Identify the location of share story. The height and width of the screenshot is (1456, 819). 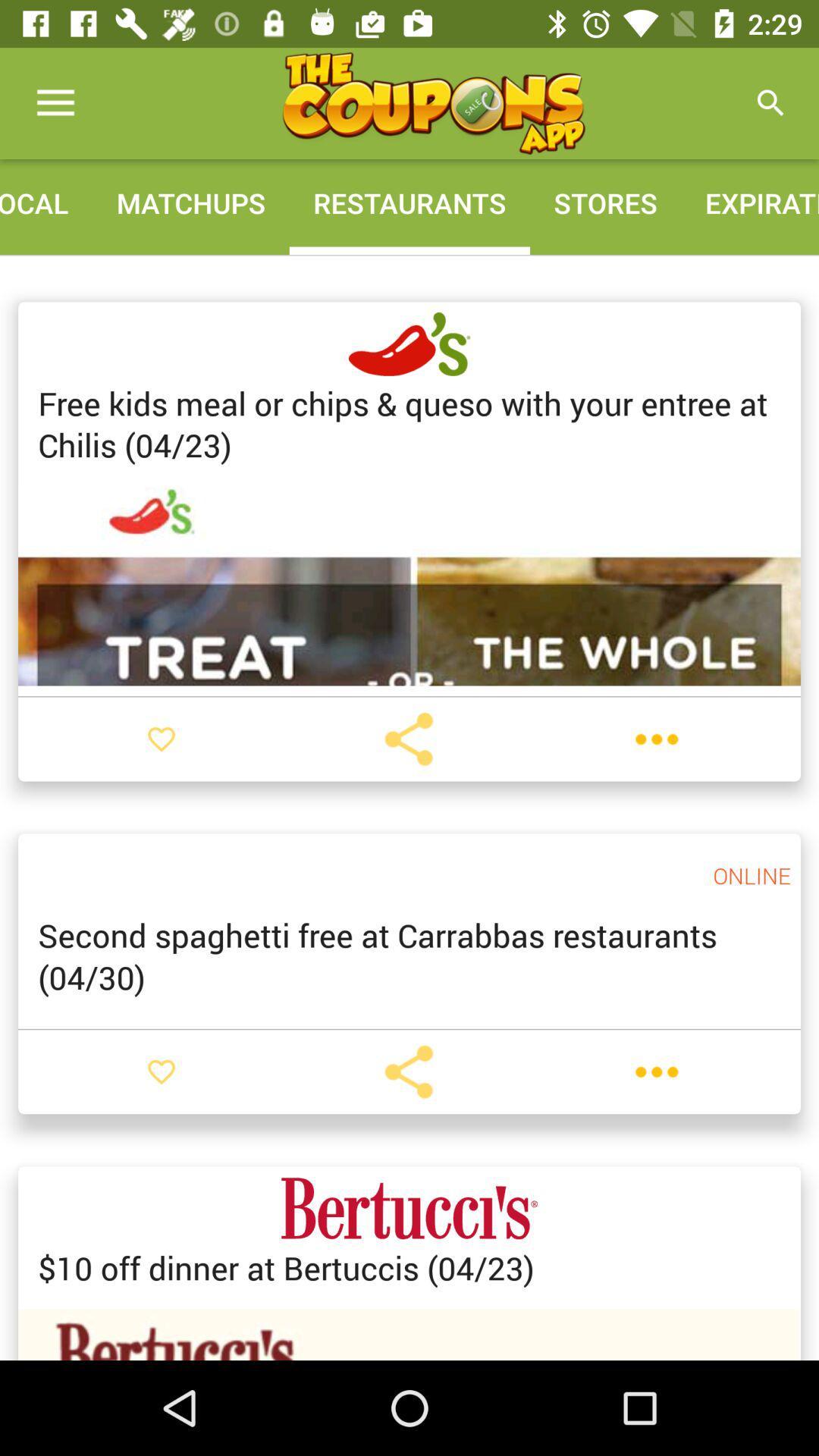
(408, 739).